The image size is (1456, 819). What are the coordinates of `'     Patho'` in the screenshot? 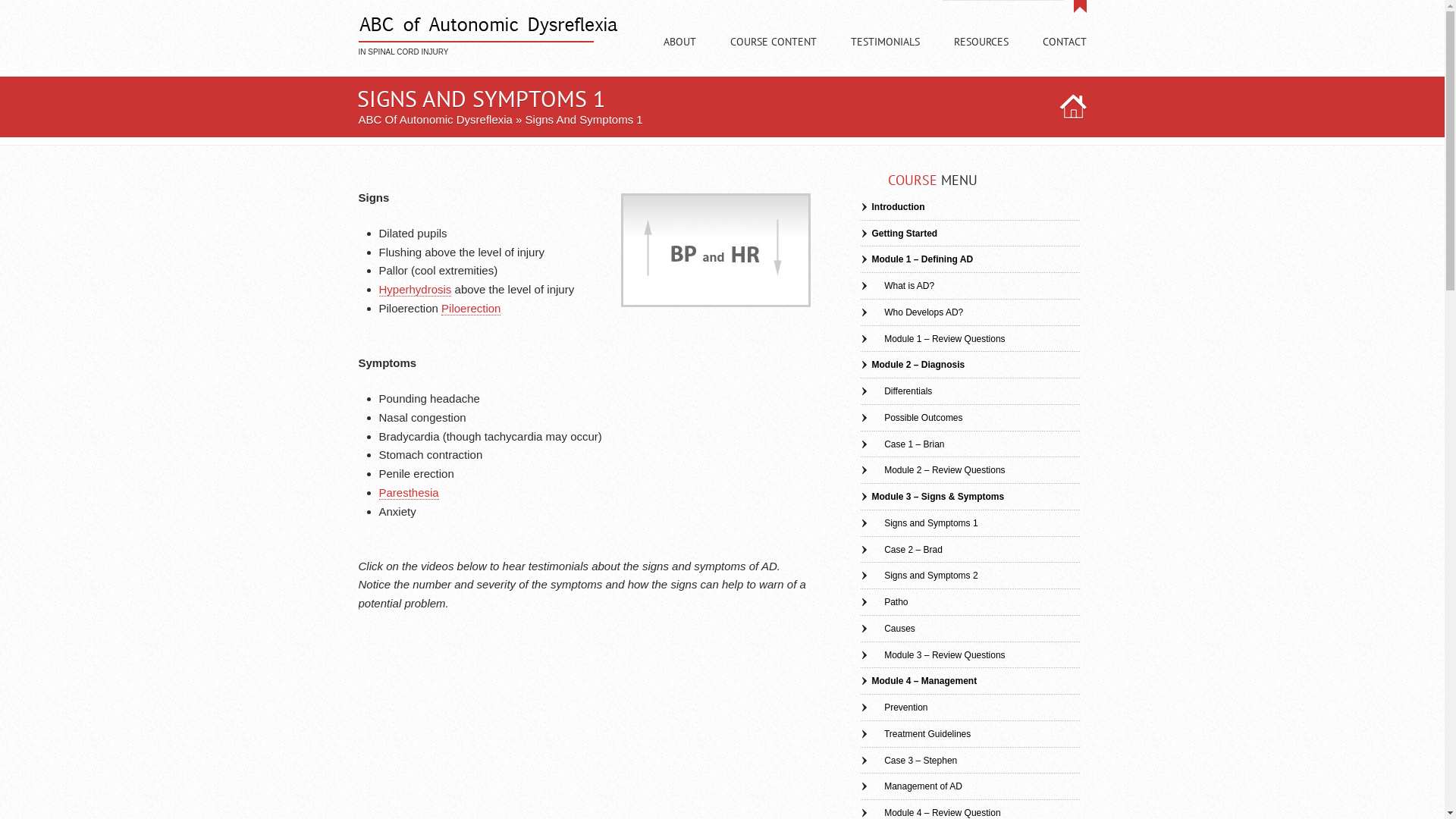 It's located at (883, 601).